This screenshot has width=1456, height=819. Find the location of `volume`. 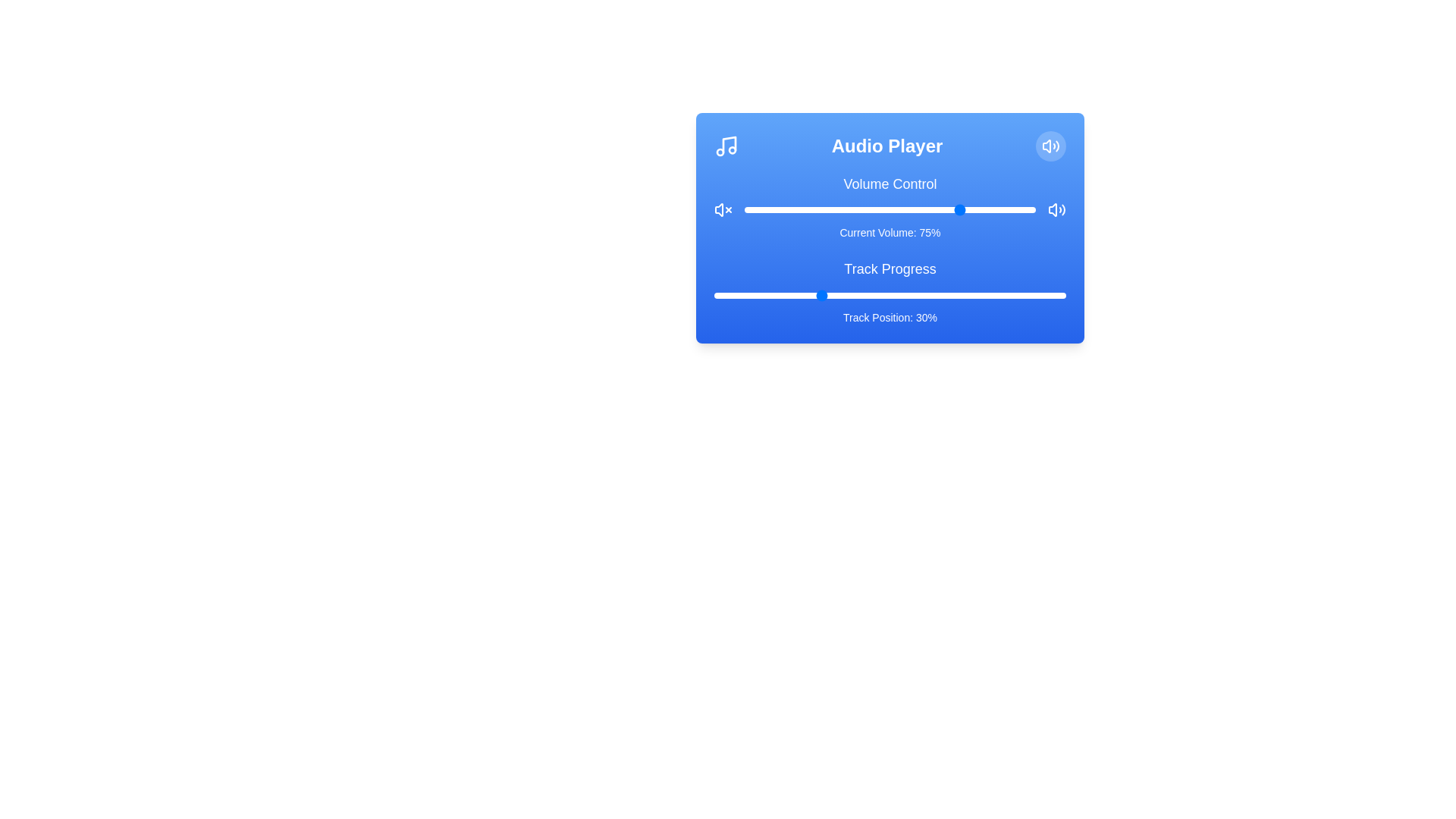

volume is located at coordinates (989, 207).